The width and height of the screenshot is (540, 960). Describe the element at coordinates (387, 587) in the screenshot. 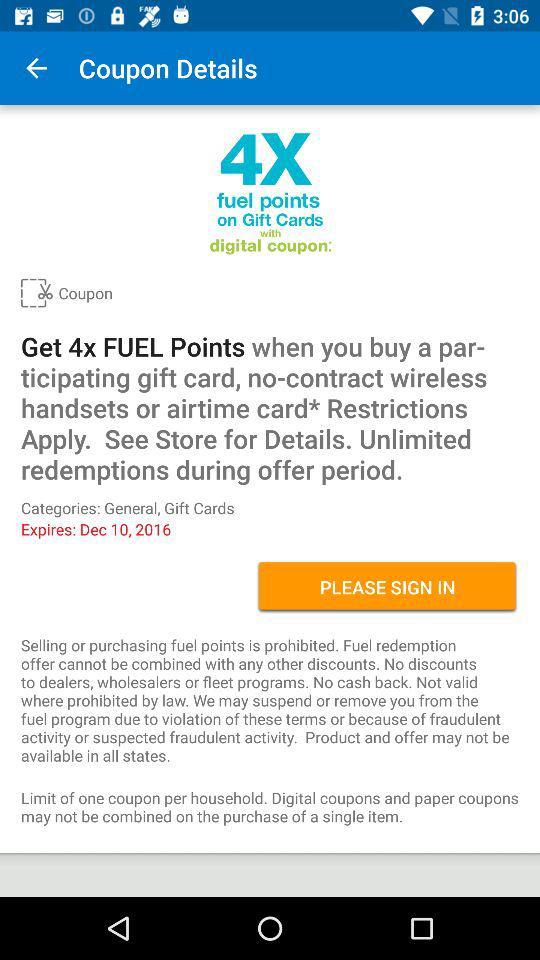

I see `the icon on the right` at that location.